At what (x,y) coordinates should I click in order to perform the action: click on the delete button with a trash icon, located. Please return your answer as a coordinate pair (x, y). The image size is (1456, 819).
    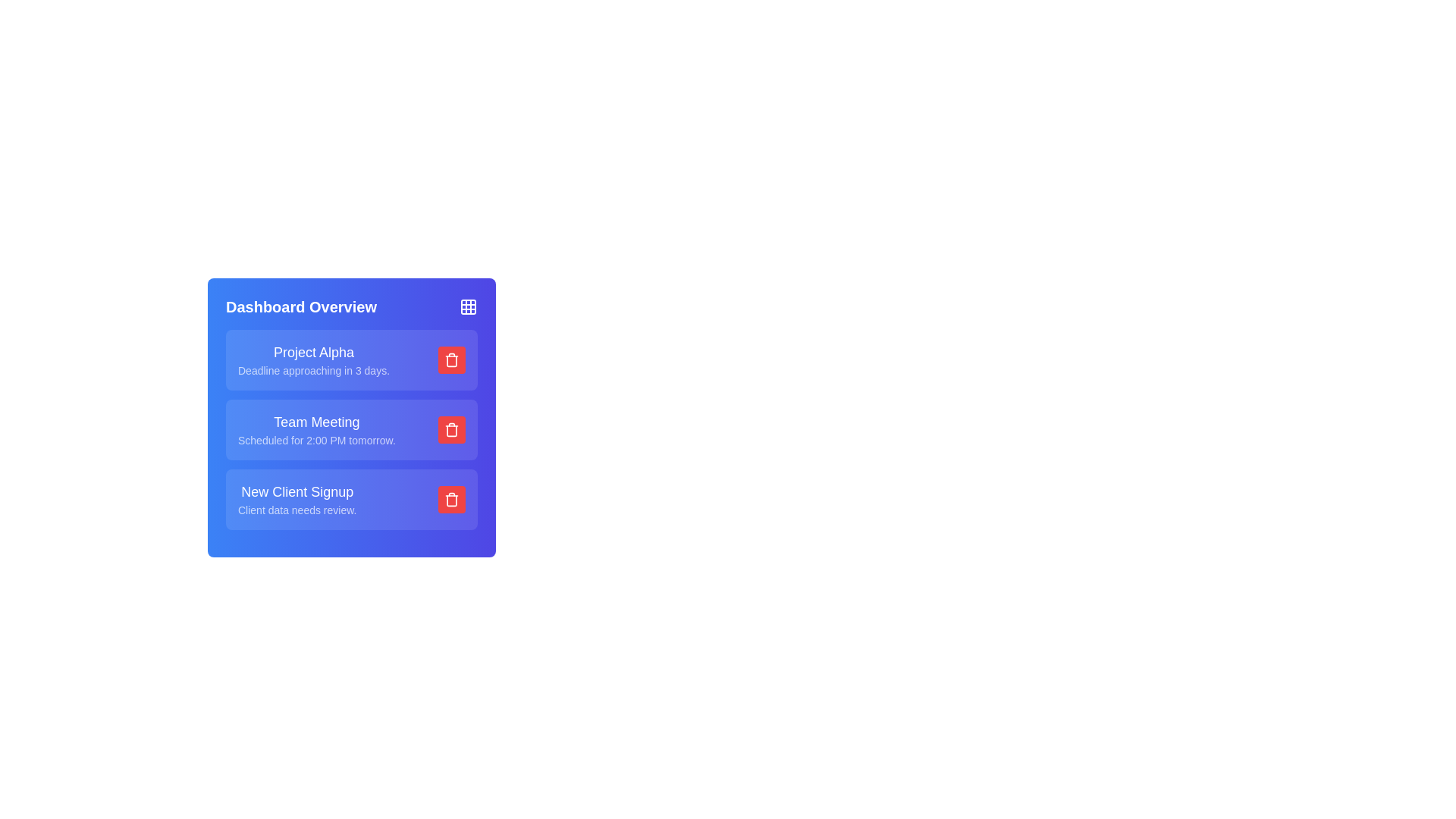
    Looking at the image, I should click on (450, 430).